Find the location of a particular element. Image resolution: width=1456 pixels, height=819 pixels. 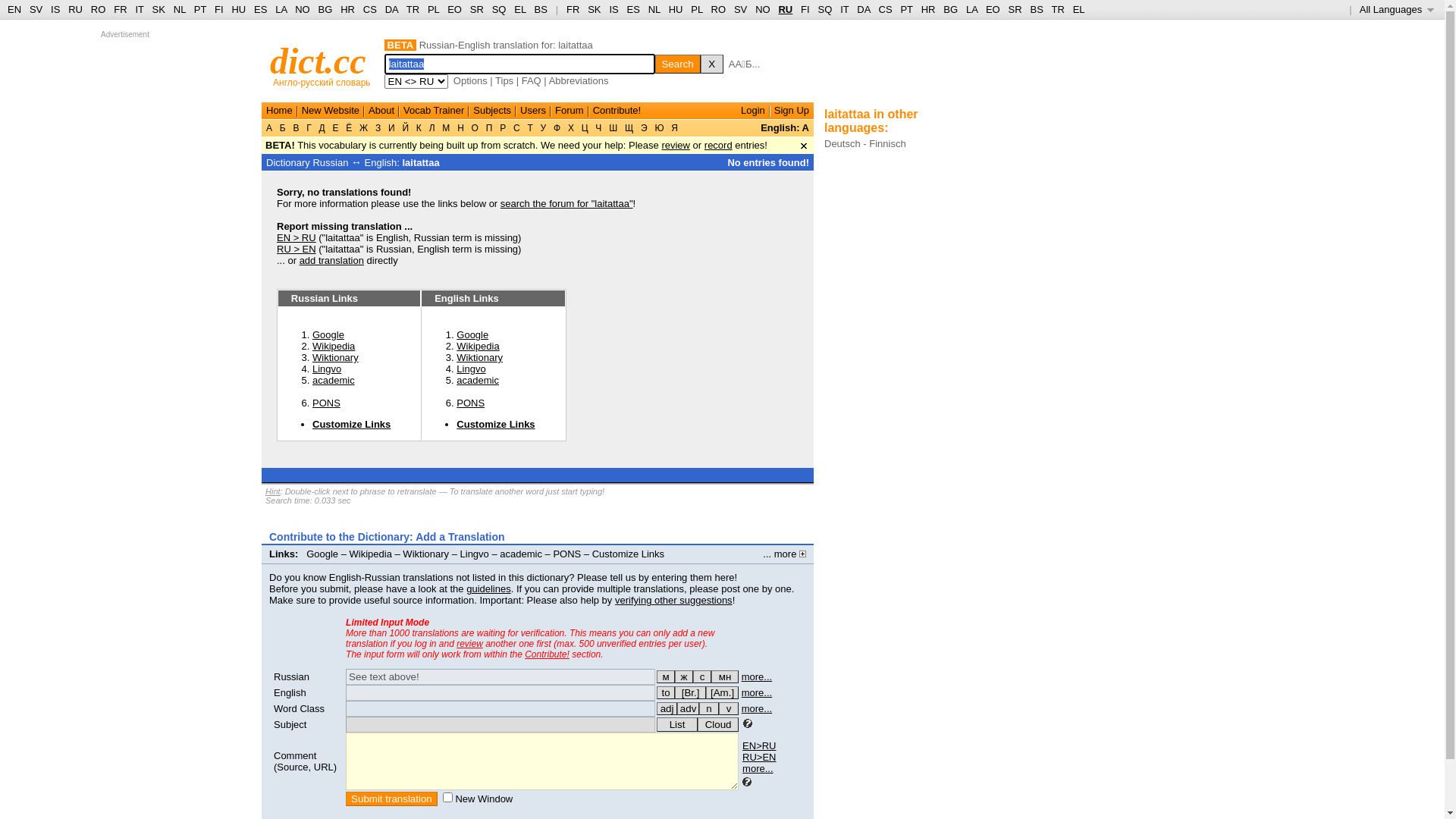

'HU' is located at coordinates (668, 9).